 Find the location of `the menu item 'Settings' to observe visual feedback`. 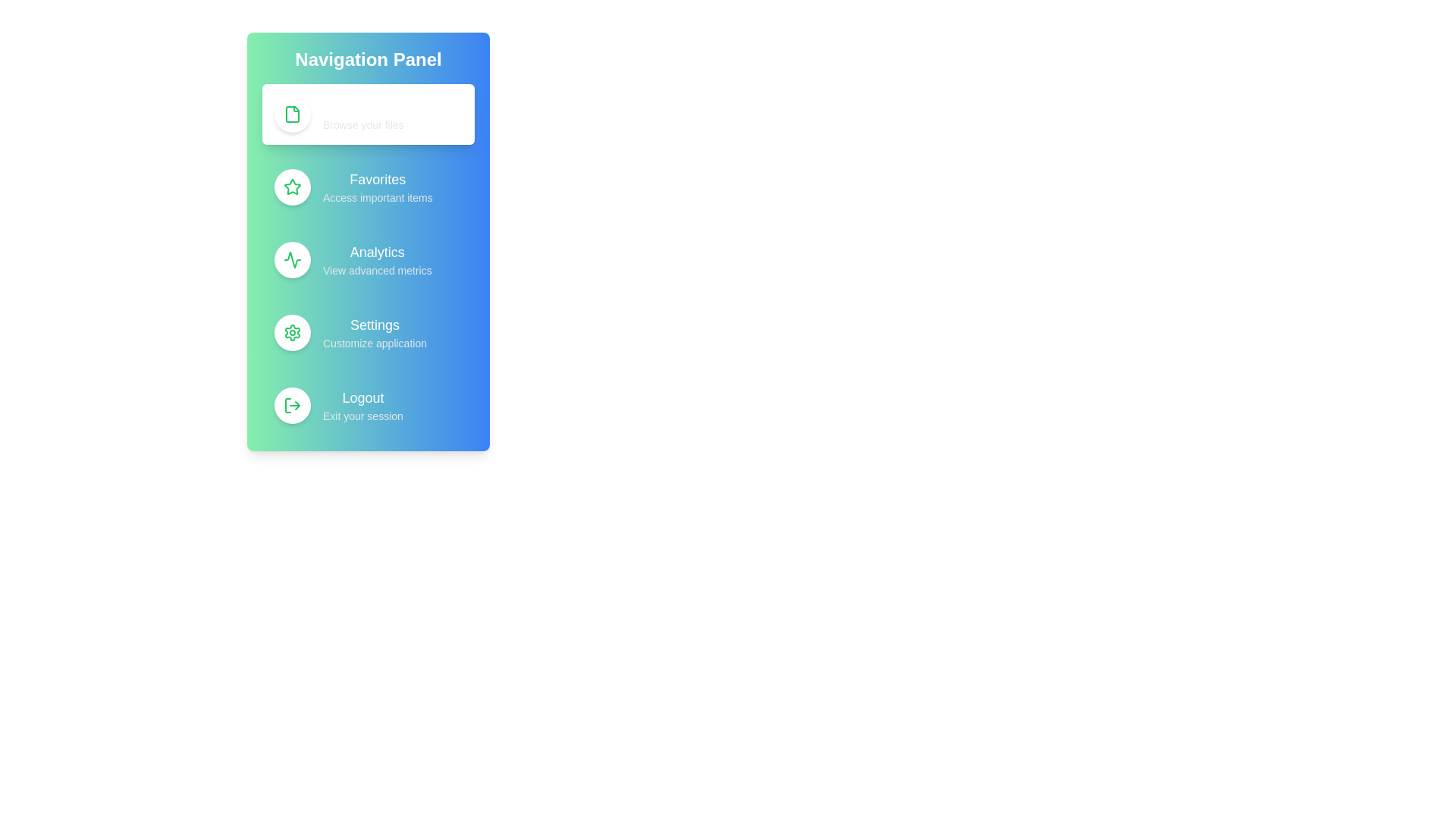

the menu item 'Settings' to observe visual feedback is located at coordinates (368, 332).